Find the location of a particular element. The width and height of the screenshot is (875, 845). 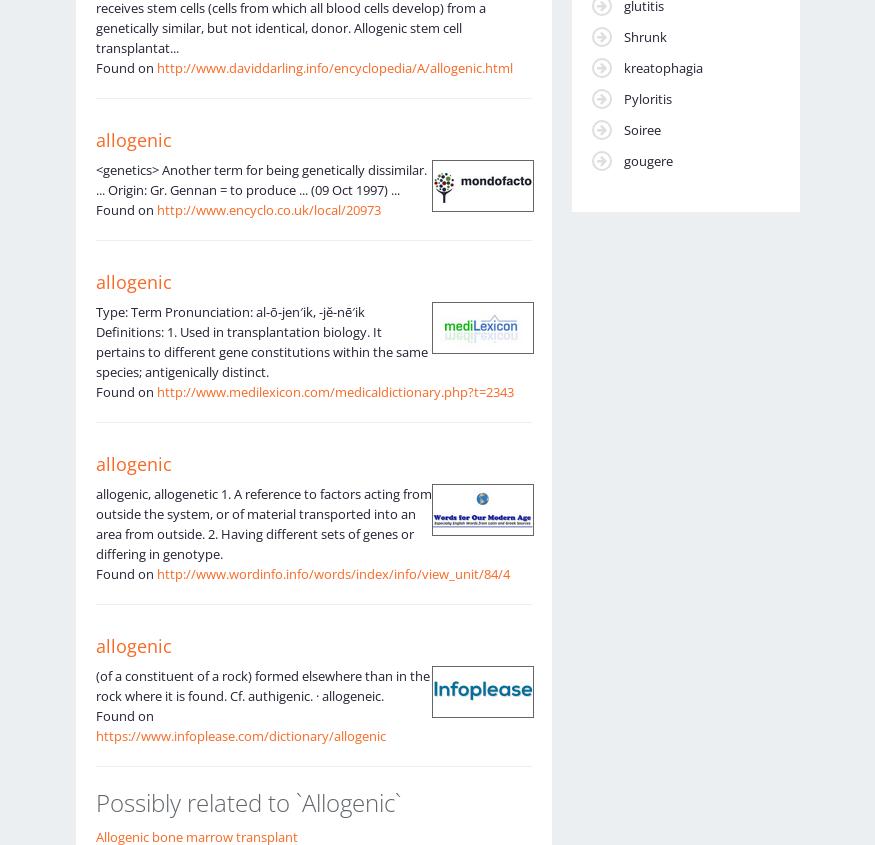

'http://www.wordinfo.info/words/index/info/view_unit/84/4' is located at coordinates (332, 571).